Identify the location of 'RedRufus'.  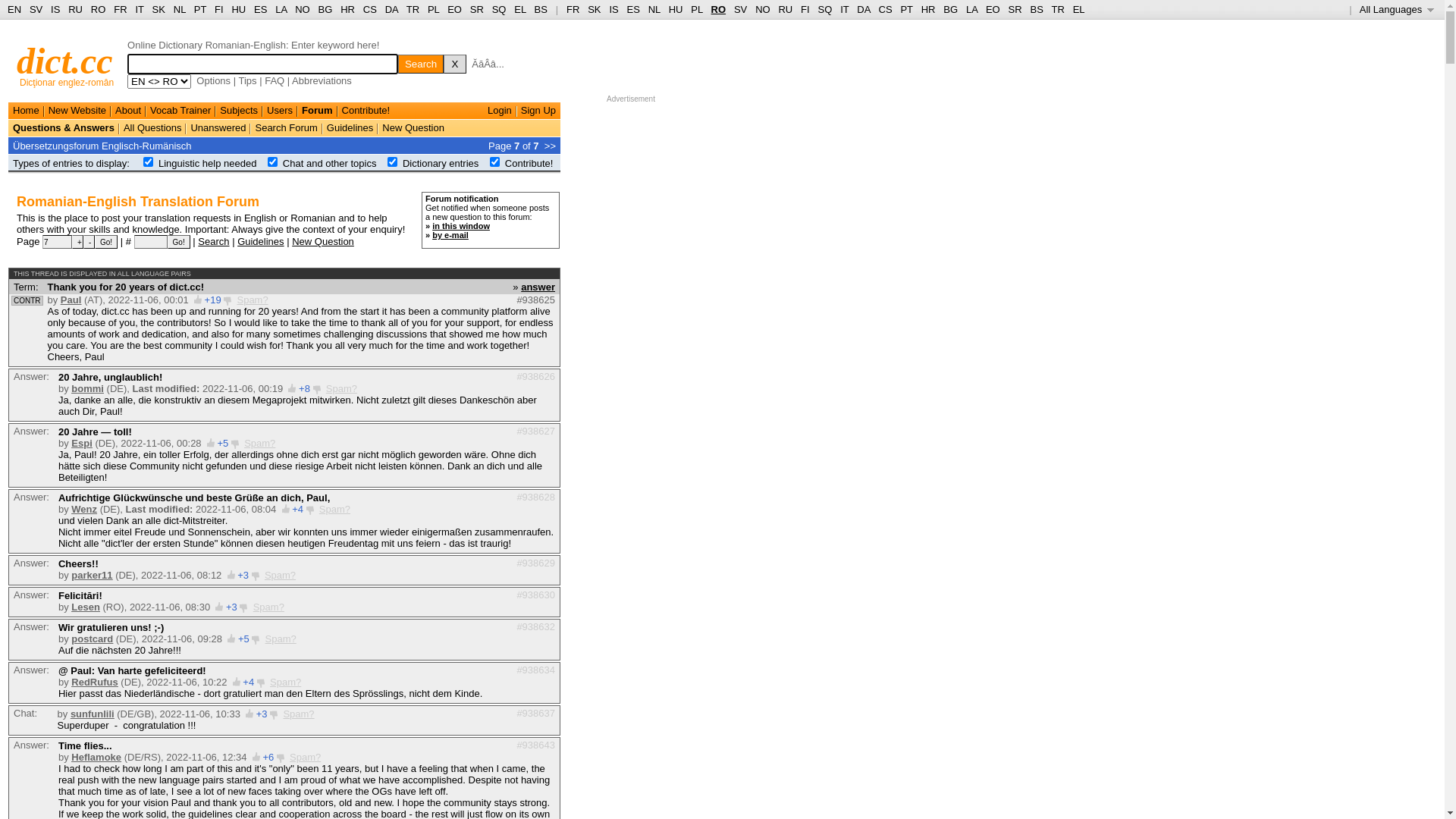
(93, 681).